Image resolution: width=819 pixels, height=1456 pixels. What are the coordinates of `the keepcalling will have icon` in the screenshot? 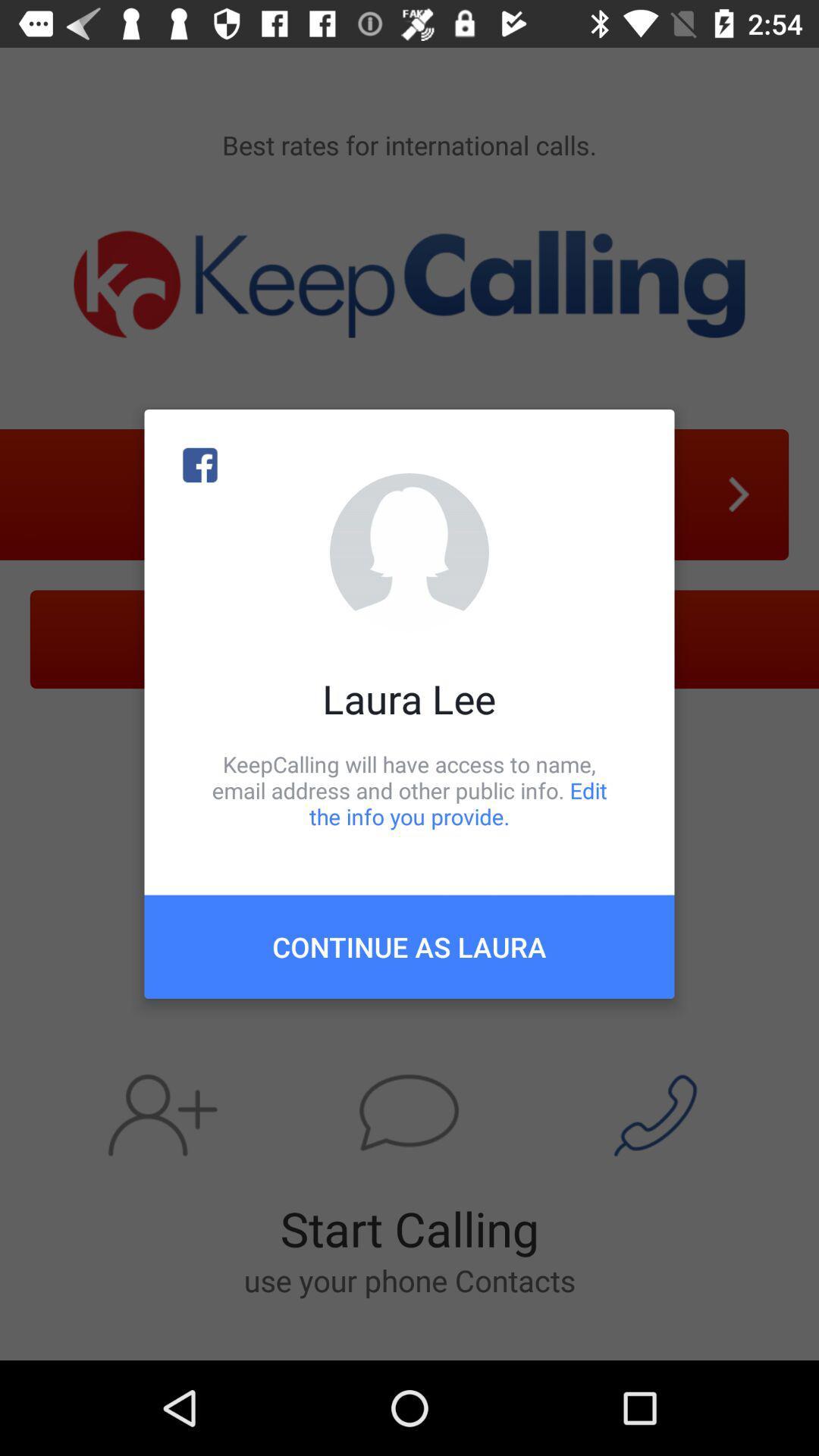 It's located at (409, 789).